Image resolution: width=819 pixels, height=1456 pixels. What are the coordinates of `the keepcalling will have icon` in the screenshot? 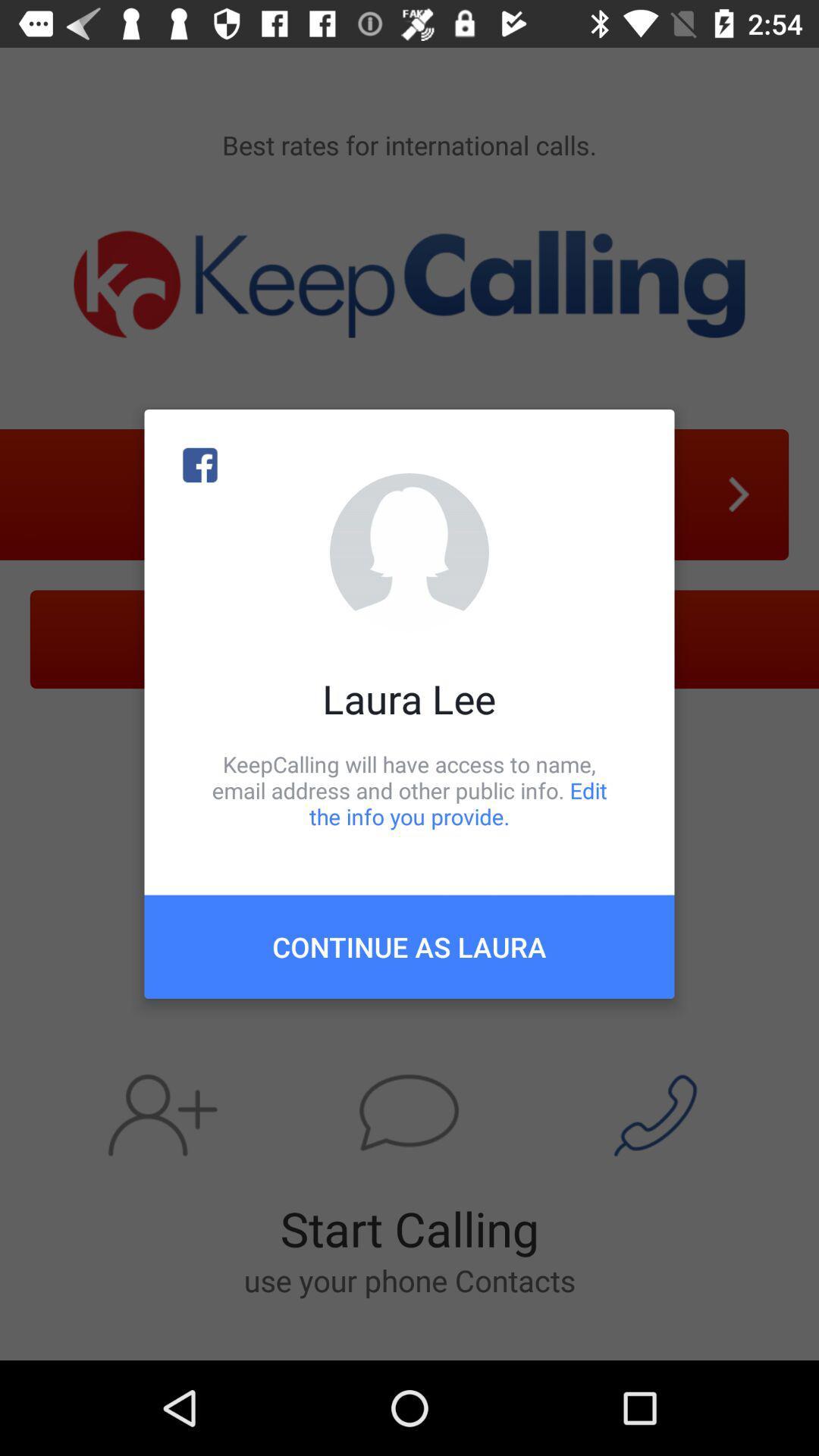 It's located at (409, 789).